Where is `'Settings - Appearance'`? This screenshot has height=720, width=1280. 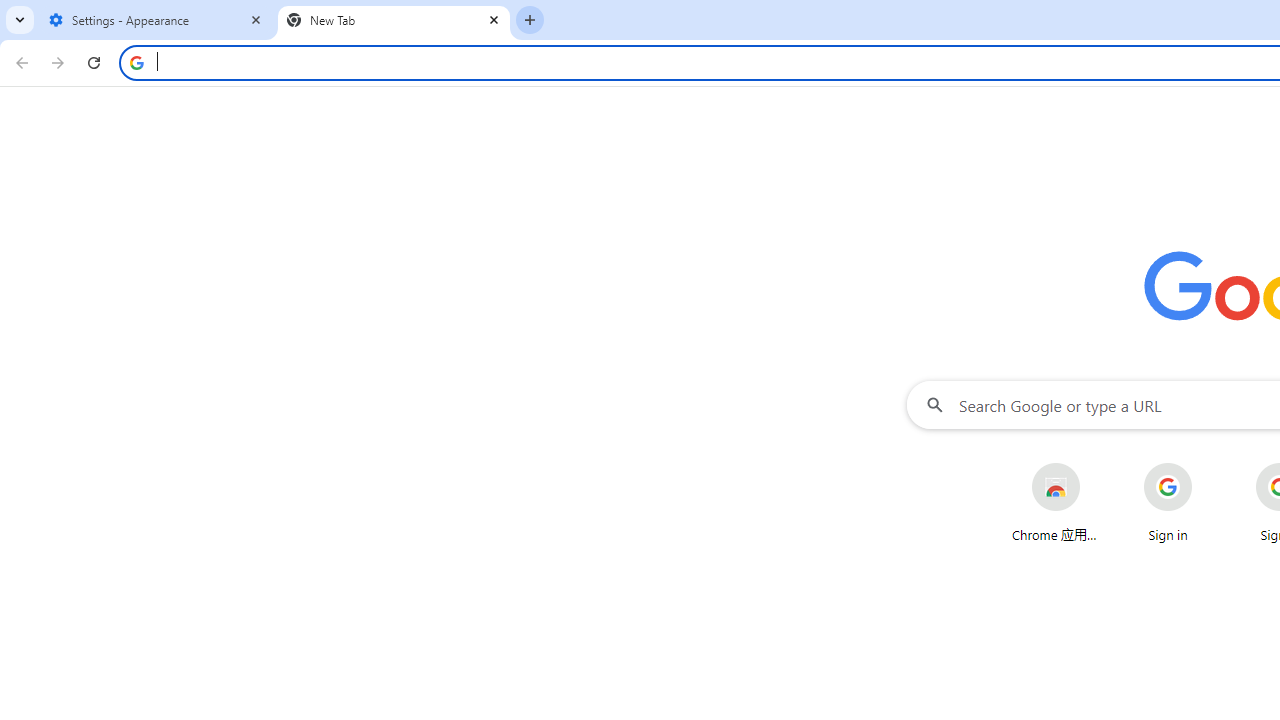 'Settings - Appearance' is located at coordinates (155, 20).